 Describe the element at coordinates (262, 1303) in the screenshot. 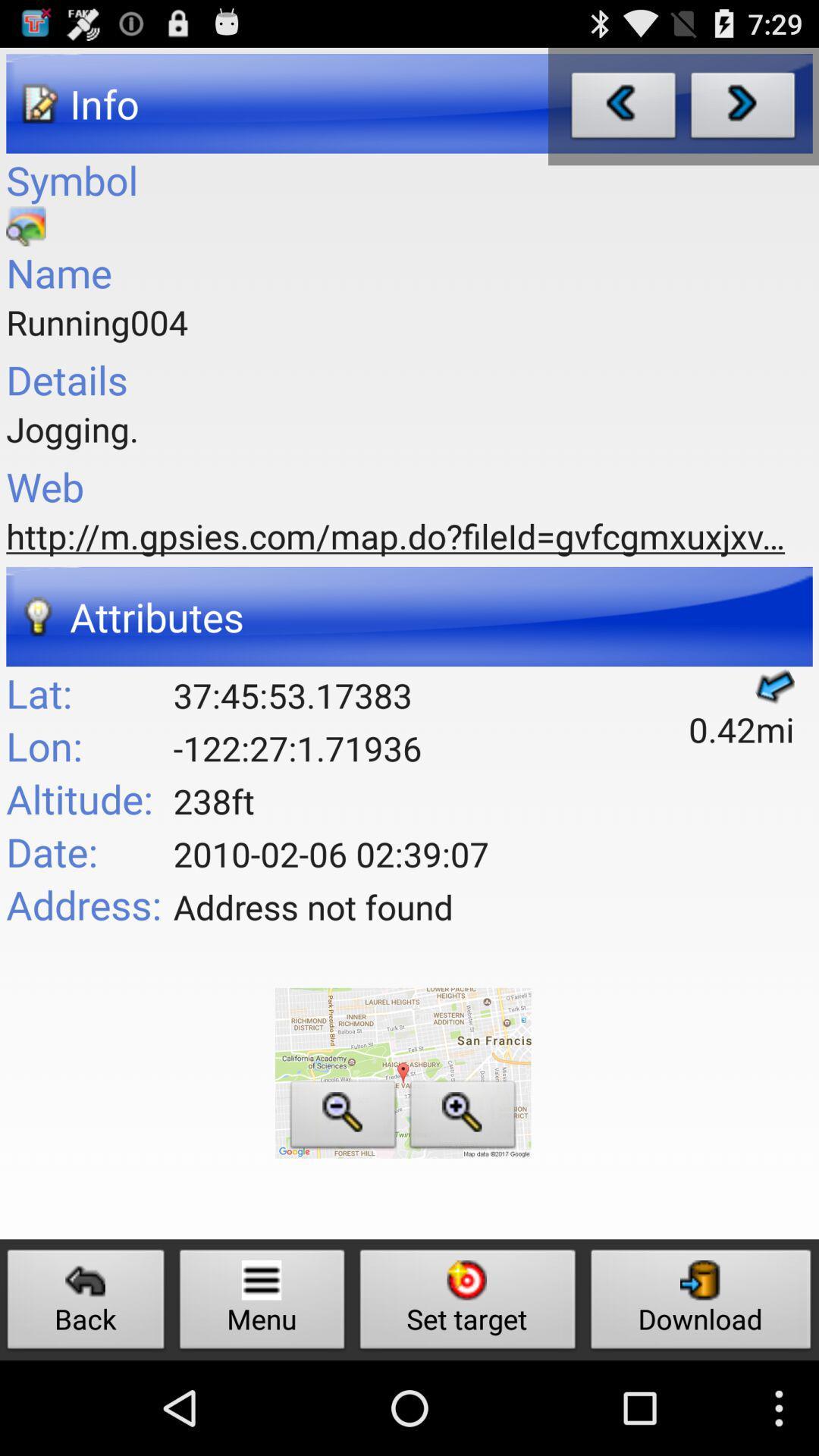

I see `button to the right of back item` at that location.